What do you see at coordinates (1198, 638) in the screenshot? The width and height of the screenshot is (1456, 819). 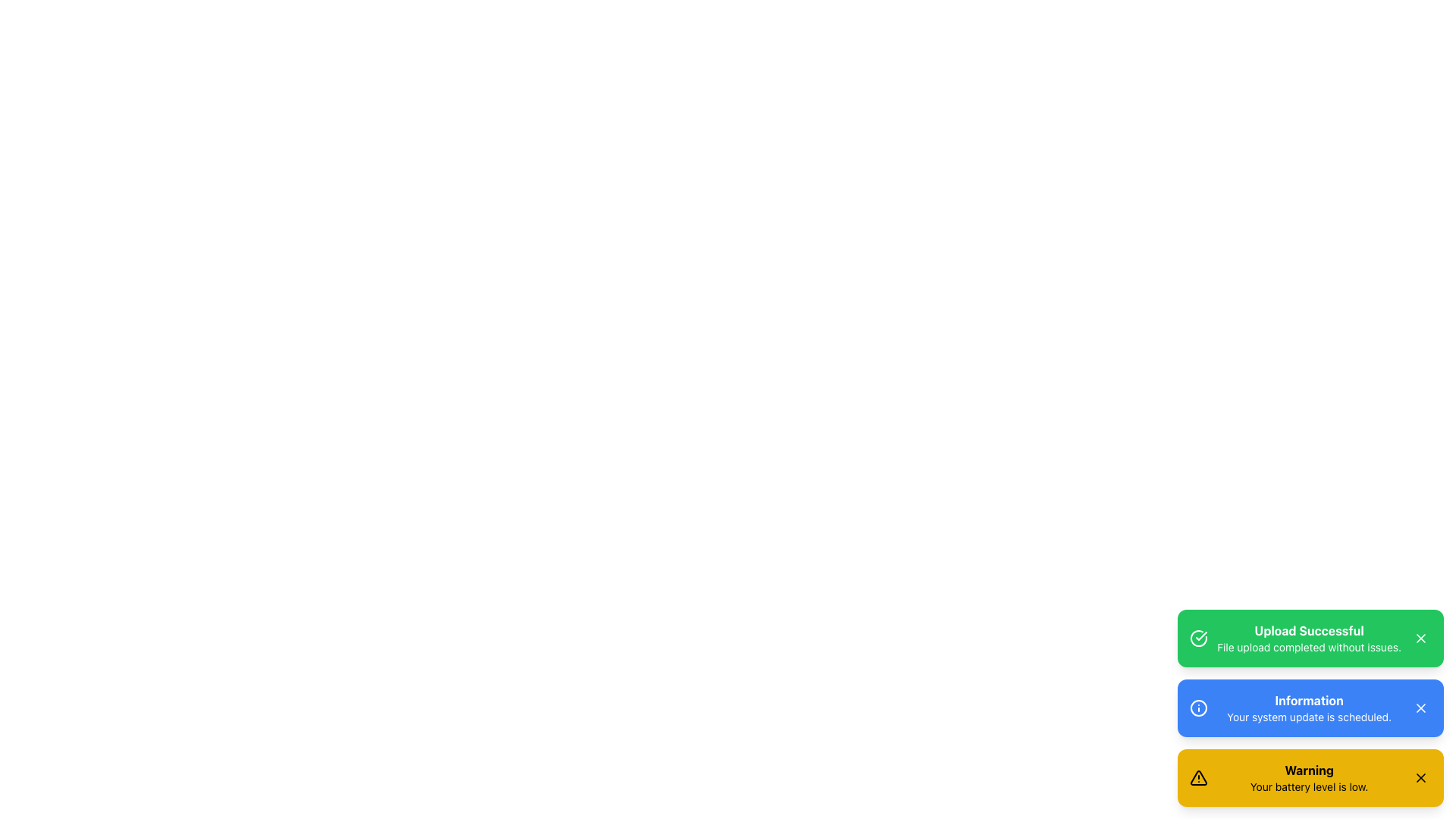 I see `the success icon located at the top-left corner of the green notification box labeled 'Upload Successful', which is the first alert in the vertical stack on the right side of the interface` at bounding box center [1198, 638].